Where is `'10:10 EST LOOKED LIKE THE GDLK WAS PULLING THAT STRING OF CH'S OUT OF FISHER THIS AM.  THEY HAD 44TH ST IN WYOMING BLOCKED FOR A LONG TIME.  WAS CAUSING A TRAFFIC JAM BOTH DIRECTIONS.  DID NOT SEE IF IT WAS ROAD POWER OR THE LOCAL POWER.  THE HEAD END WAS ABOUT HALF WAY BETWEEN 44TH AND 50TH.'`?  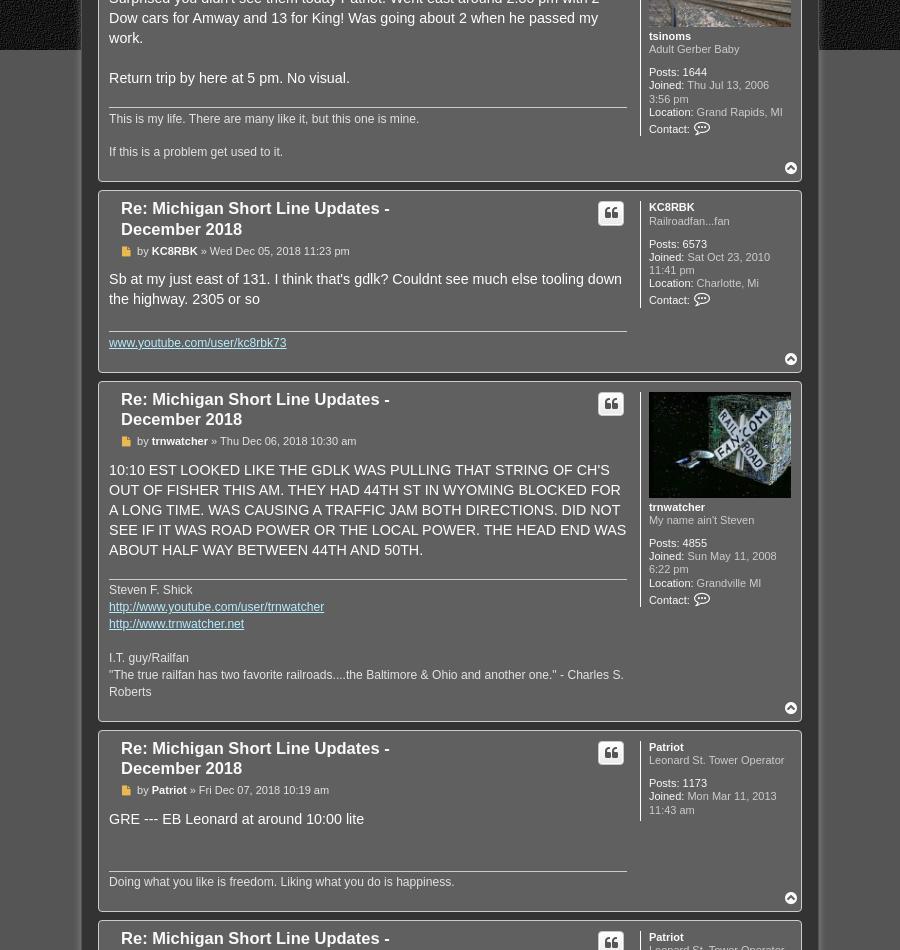 '10:10 EST LOOKED LIKE THE GDLK WAS PULLING THAT STRING OF CH'S OUT OF FISHER THIS AM.  THEY HAD 44TH ST IN WYOMING BLOCKED FOR A LONG TIME.  WAS CAUSING A TRAFFIC JAM BOTH DIRECTIONS.  DID NOT SEE IF IT WAS ROAD POWER OR THE LOCAL POWER.  THE HEAD END WAS ABOUT HALF WAY BETWEEN 44TH AND 50TH.' is located at coordinates (367, 509).